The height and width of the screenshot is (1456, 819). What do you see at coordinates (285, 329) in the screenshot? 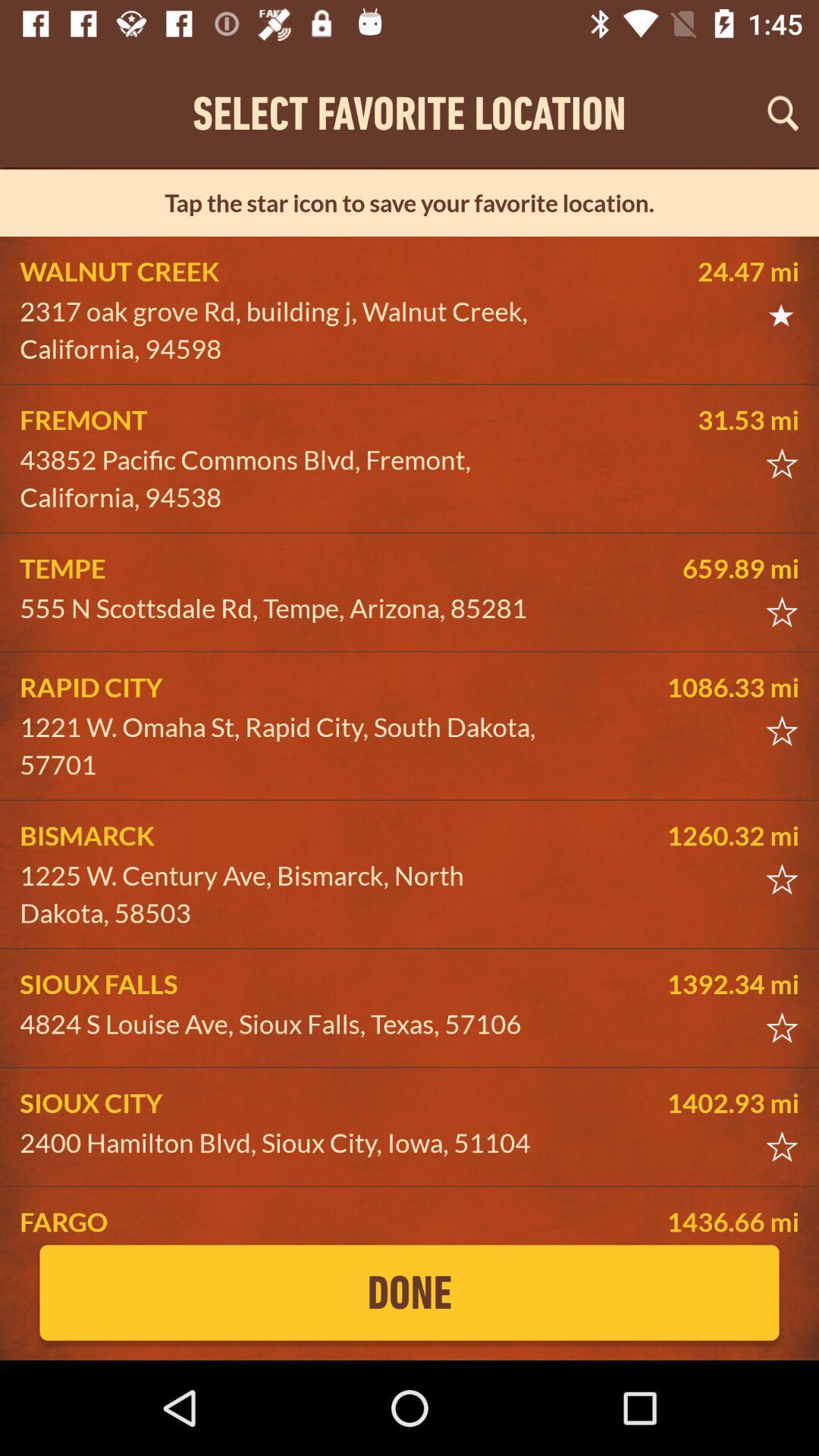
I see `icon below walnut creek item` at bounding box center [285, 329].